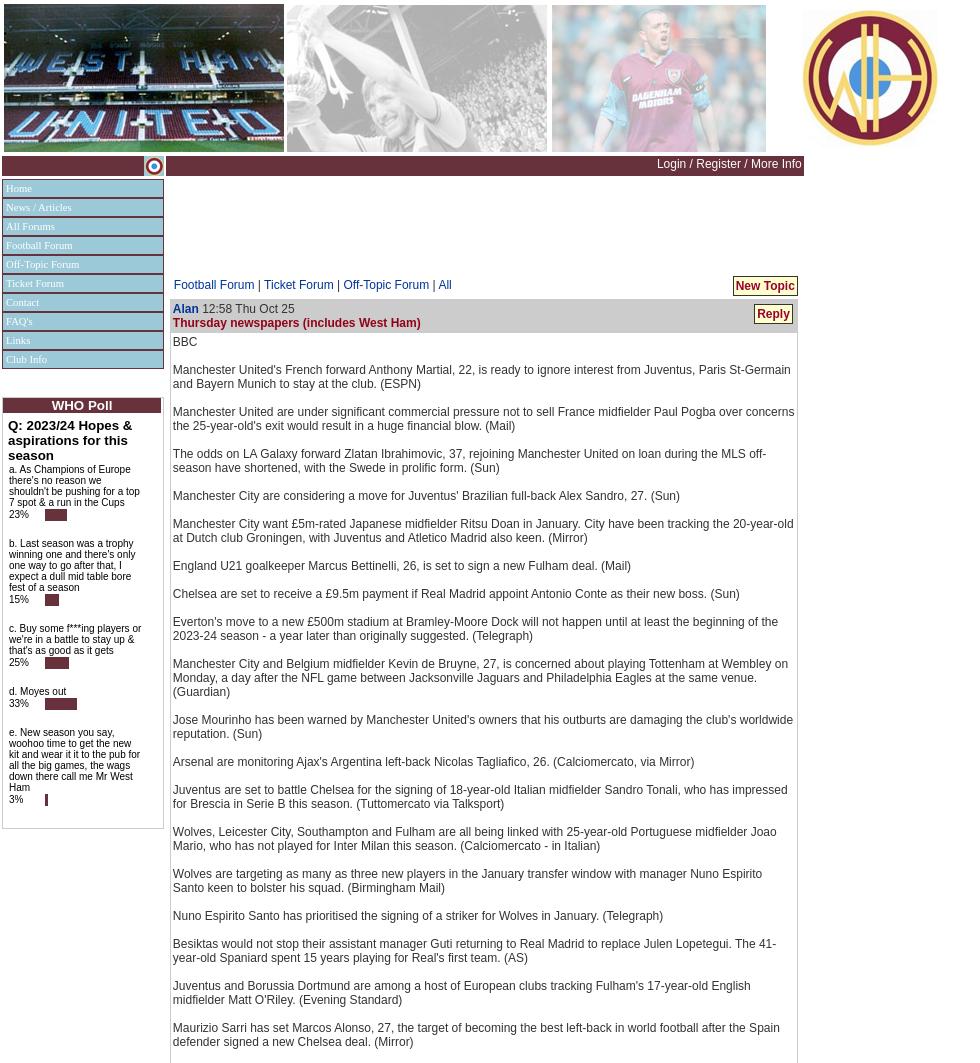 Image resolution: width=980 pixels, height=1063 pixels. I want to click on 'Besiktas would not stop their assistant manager Guti returning to Real Madrid to replace Julen Lopetegui. The 41-year-old Spaniard spent 15 years playing for Real's first team. (AS)', so click(474, 949).